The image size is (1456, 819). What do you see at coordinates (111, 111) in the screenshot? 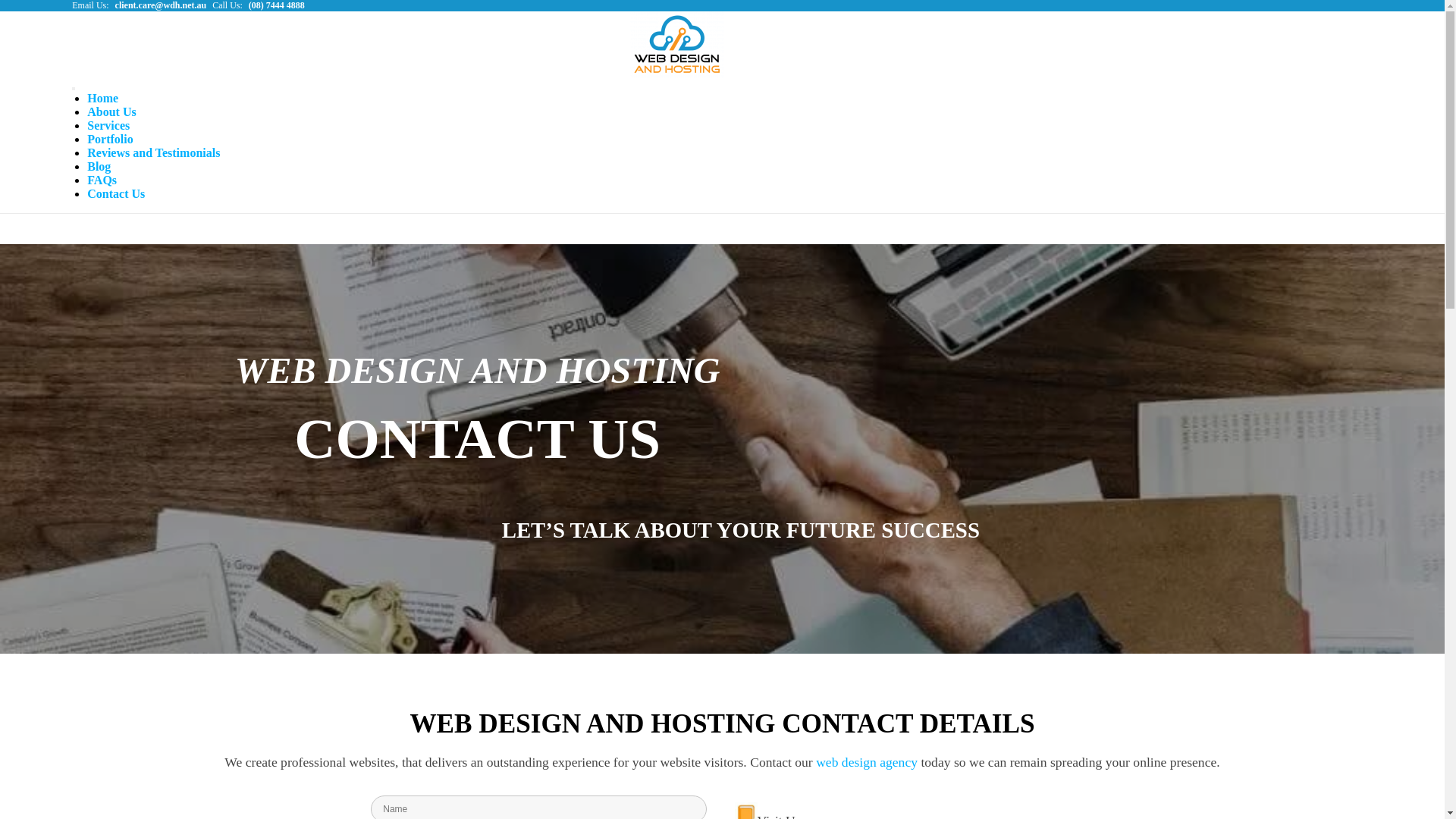
I see `'About Us'` at bounding box center [111, 111].